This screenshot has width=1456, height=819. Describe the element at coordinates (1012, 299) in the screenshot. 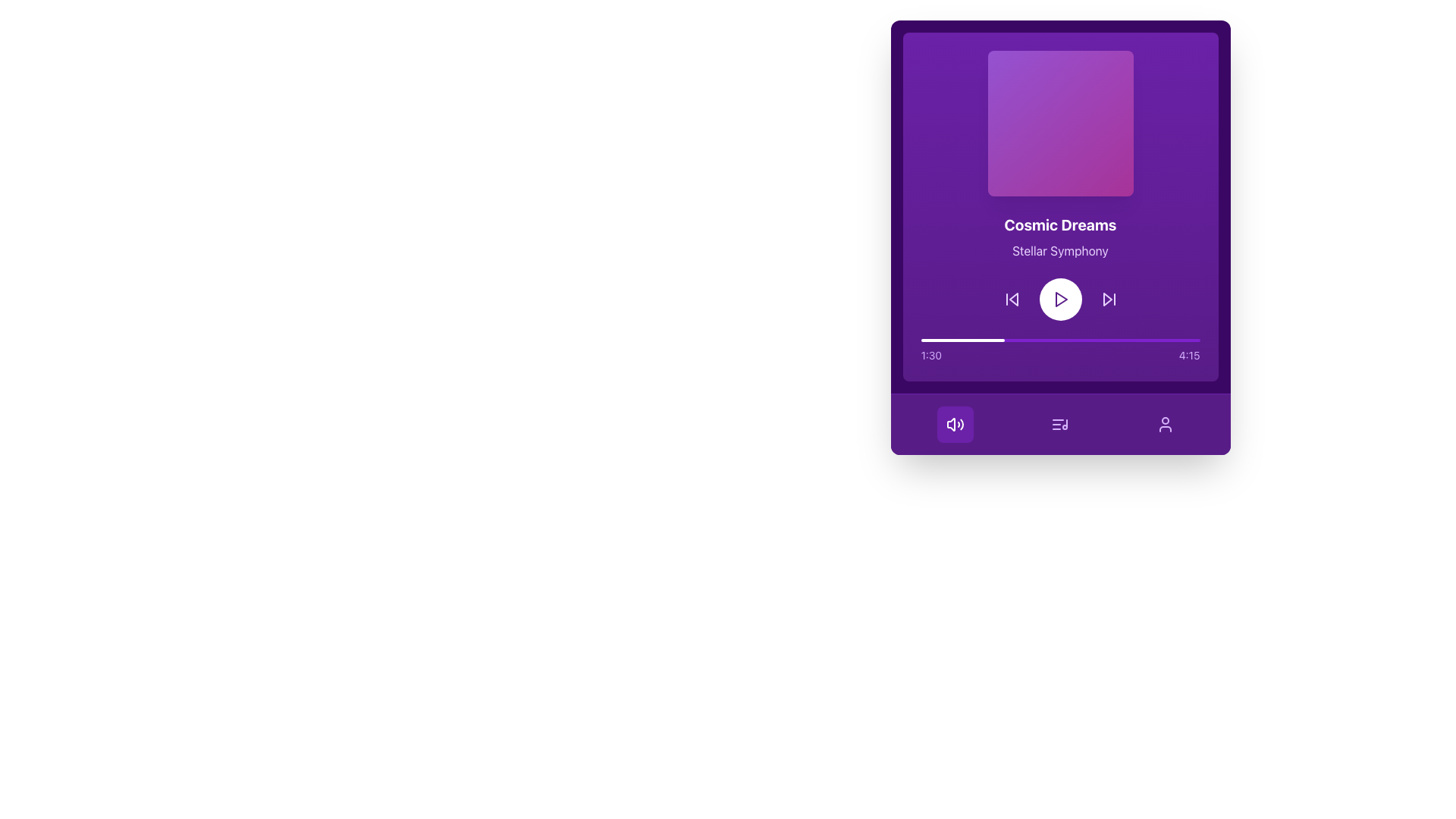

I see `the skip back button, which is the leftmost control icon in the music player interface located at the bottom section` at that location.